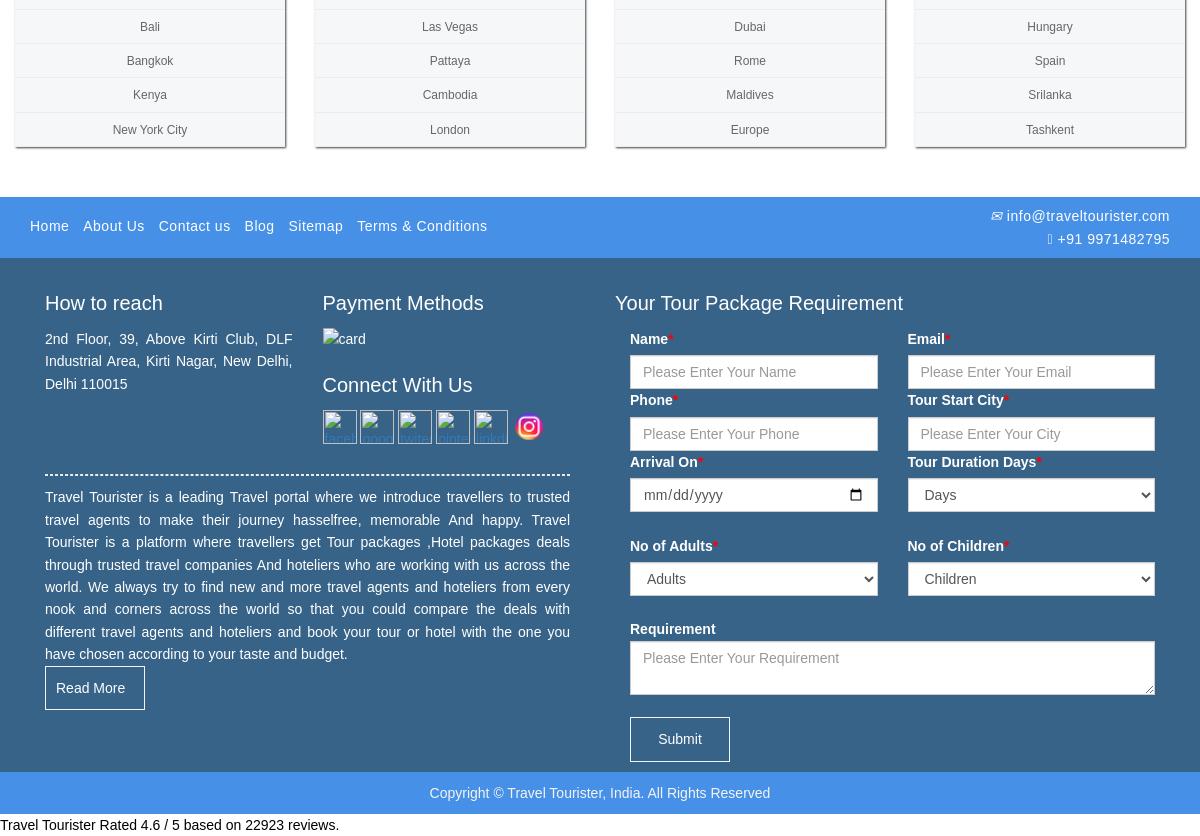 Image resolution: width=1200 pixels, height=836 pixels. What do you see at coordinates (47, 822) in the screenshot?
I see `'Travel Tourister'` at bounding box center [47, 822].